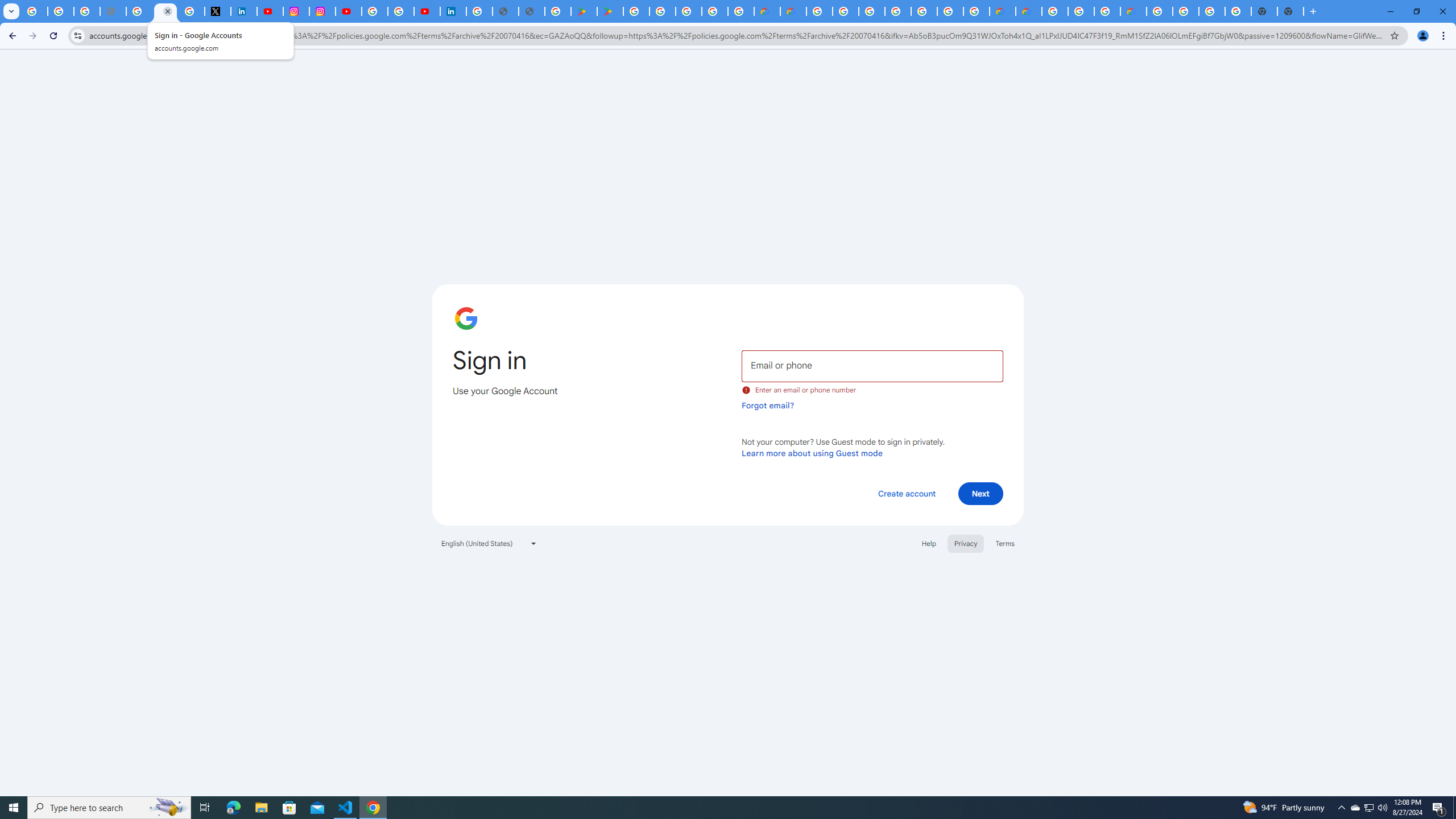 The width and height of the screenshot is (1456, 819). Describe the element at coordinates (1133, 11) in the screenshot. I see `'Google Cloud Service Health'` at that location.